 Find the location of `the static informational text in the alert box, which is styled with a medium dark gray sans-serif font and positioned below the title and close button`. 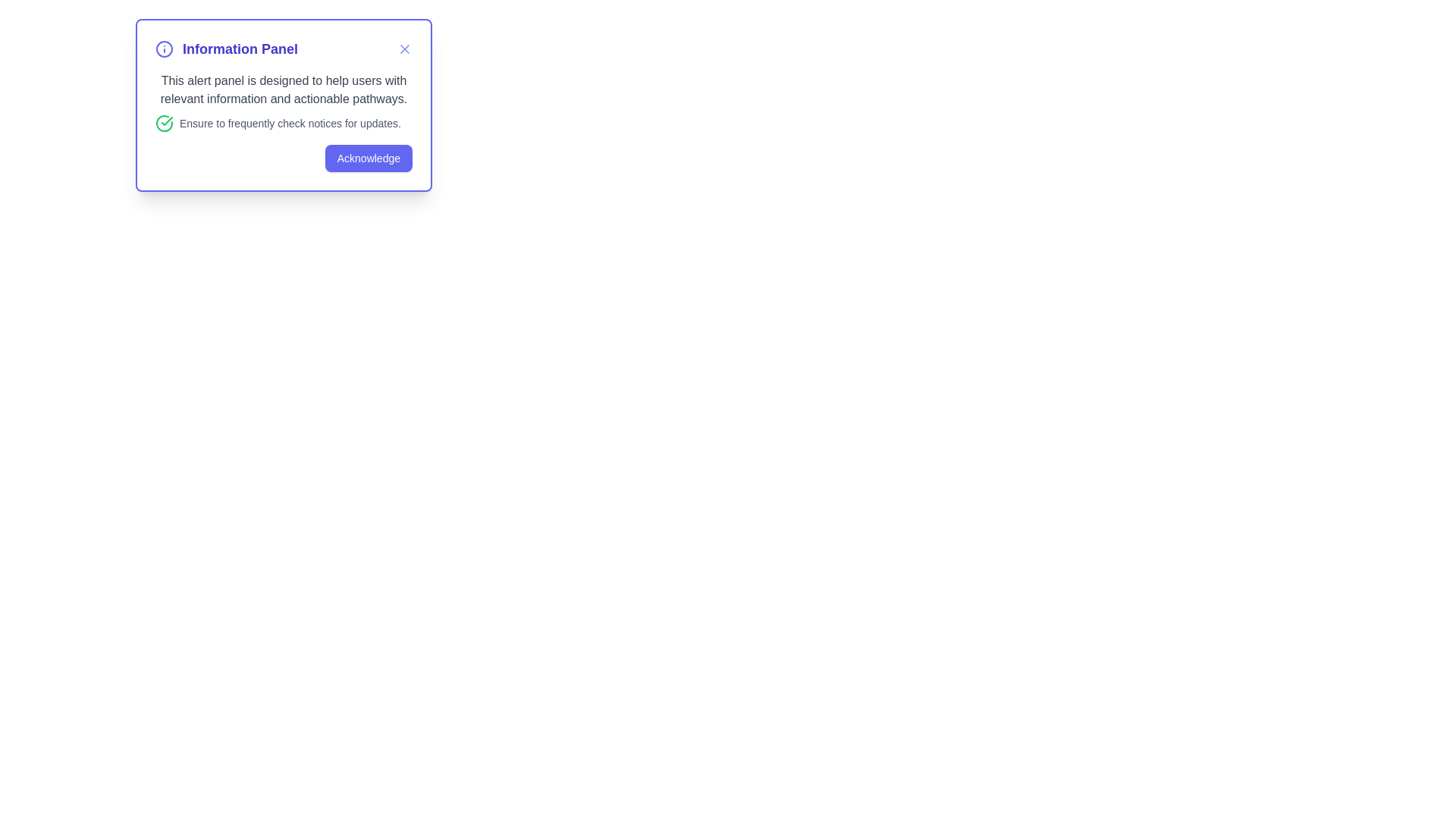

the static informational text in the alert box, which is styled with a medium dark gray sans-serif font and positioned below the title and close button is located at coordinates (284, 90).